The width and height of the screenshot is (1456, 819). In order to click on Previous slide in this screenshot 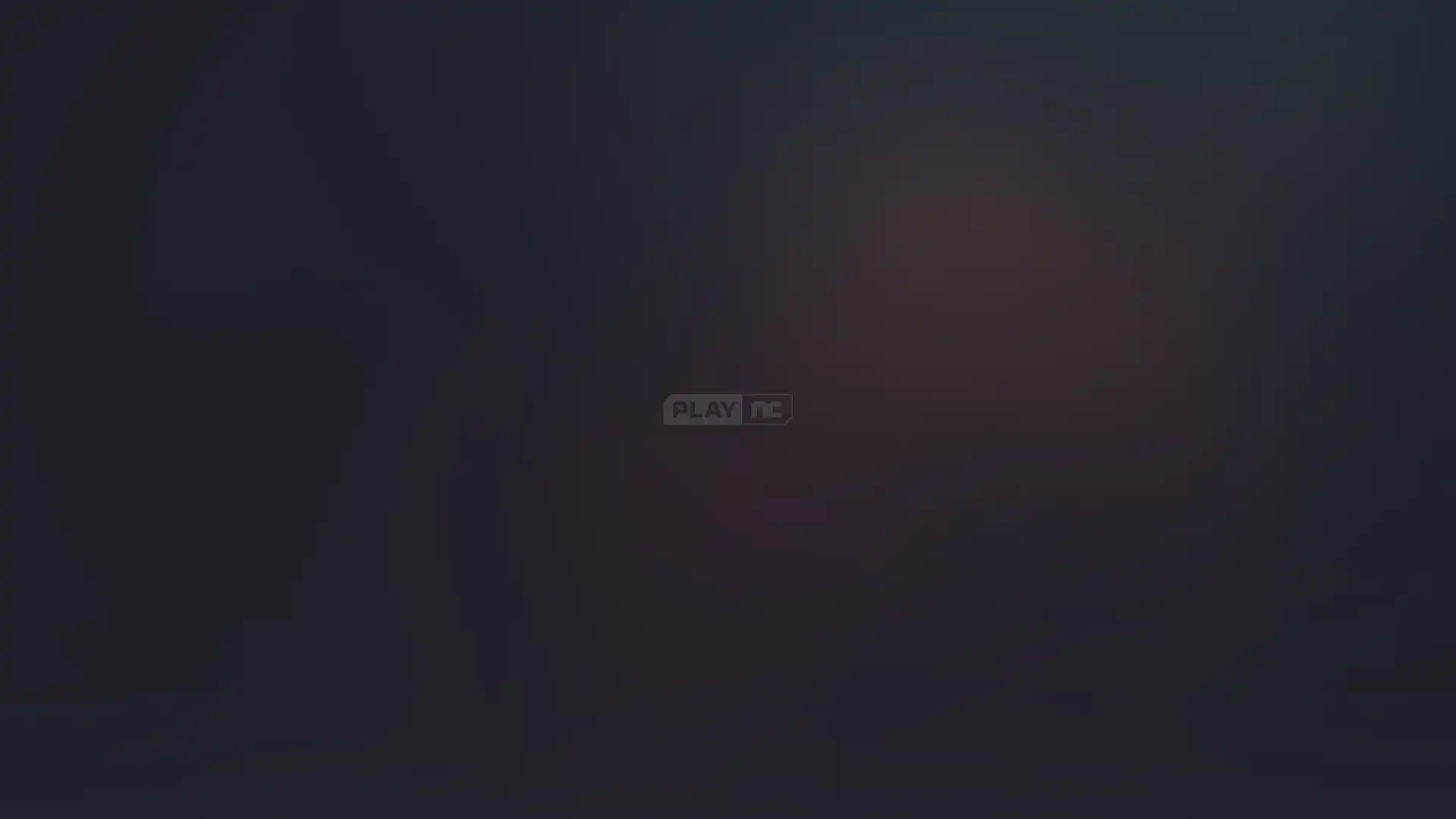, I will do `click(1214, 199)`.